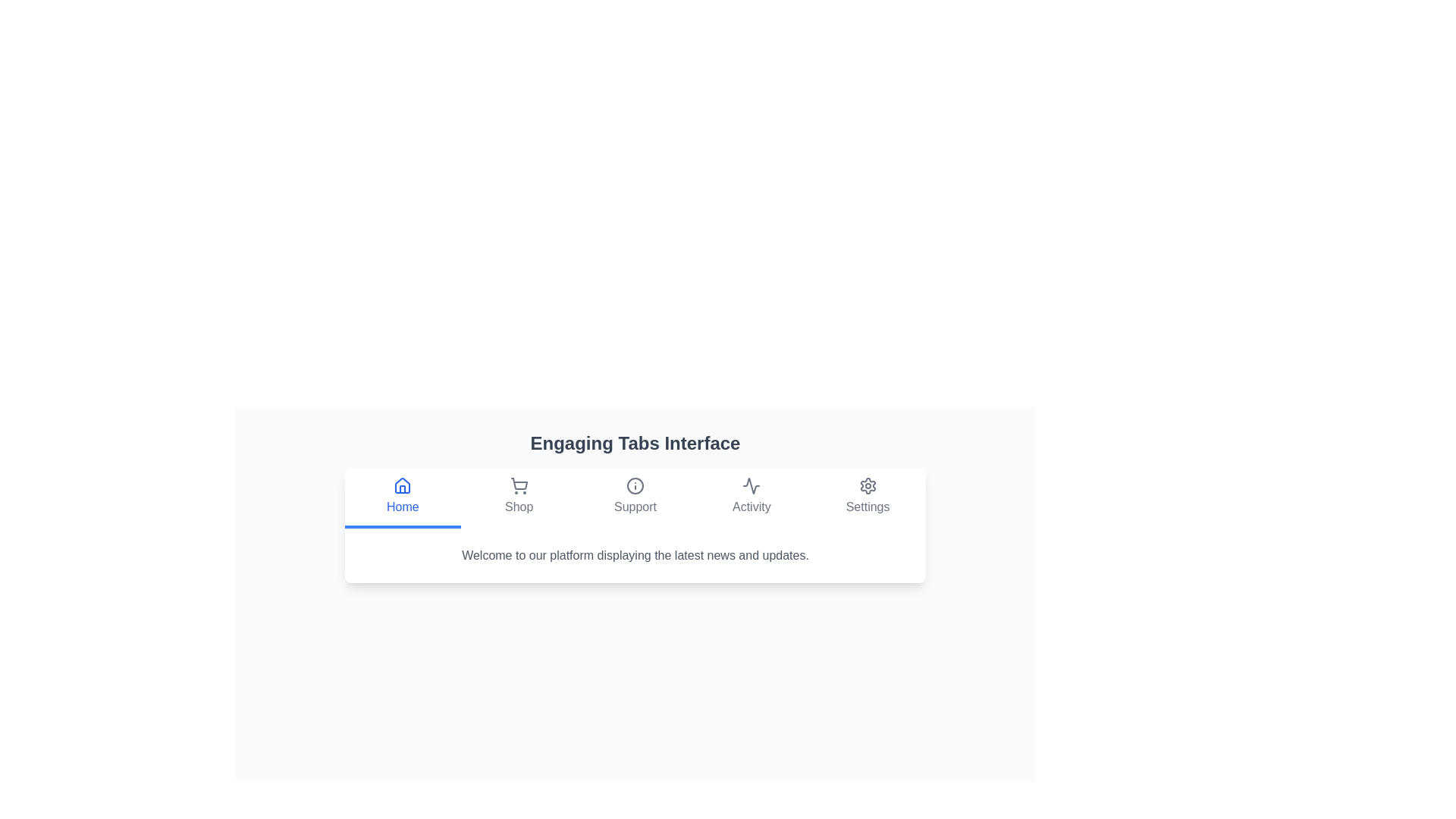 The width and height of the screenshot is (1456, 819). I want to click on the Navigation button, which is the fourth item in the horizontal navigation bar, positioned between the 'Support' and 'Settings' items, so click(752, 497).